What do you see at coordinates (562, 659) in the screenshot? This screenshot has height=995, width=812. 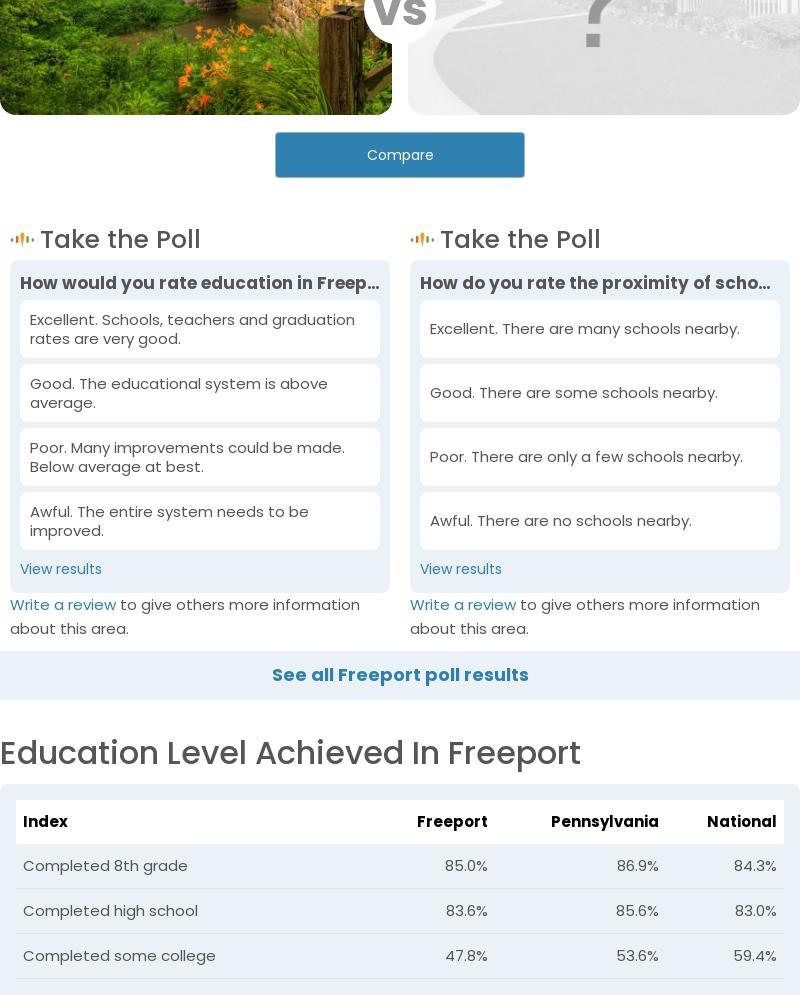 I see `'Ford Cliff'` at bounding box center [562, 659].